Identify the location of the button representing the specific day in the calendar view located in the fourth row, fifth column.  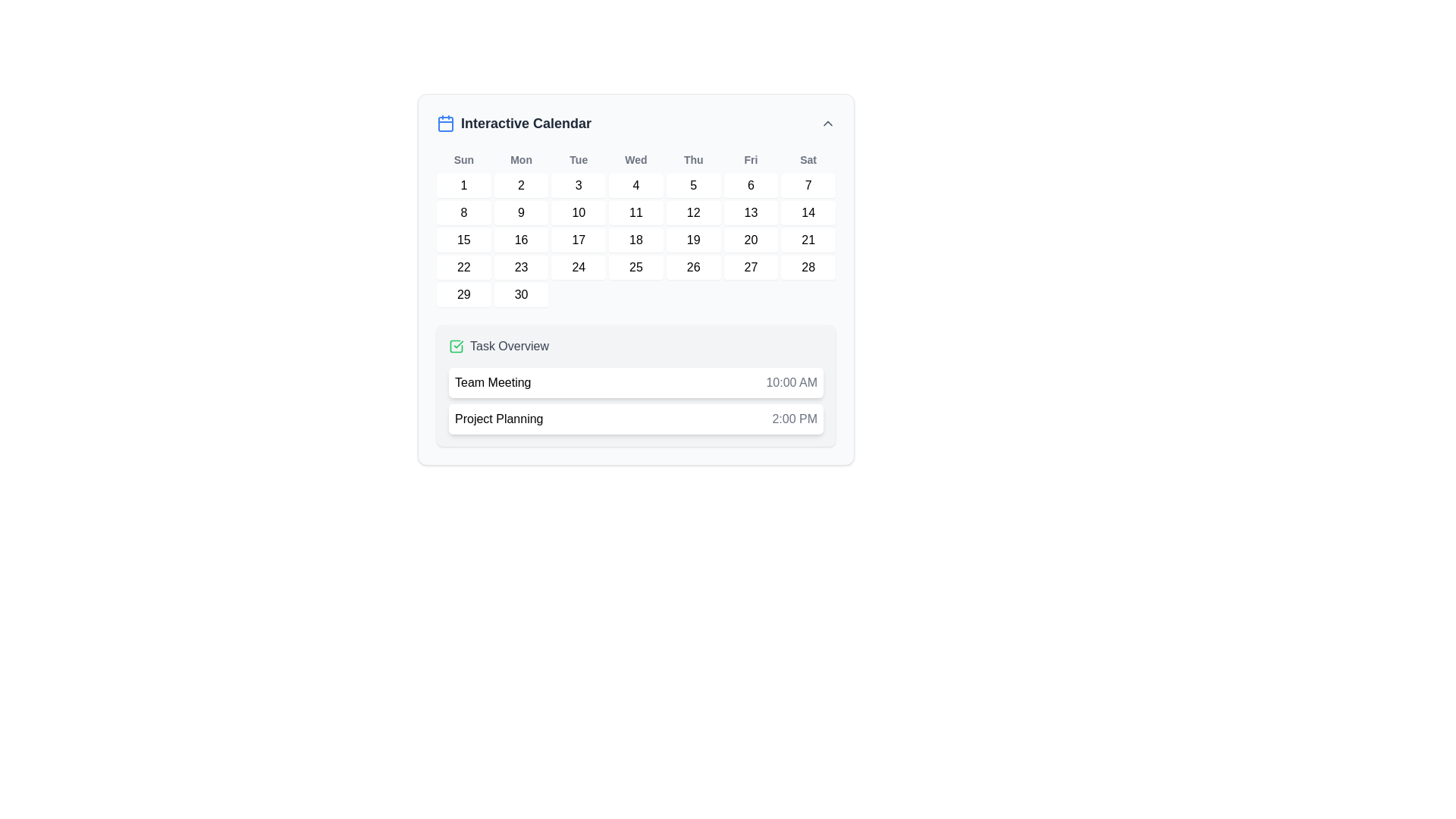
(692, 267).